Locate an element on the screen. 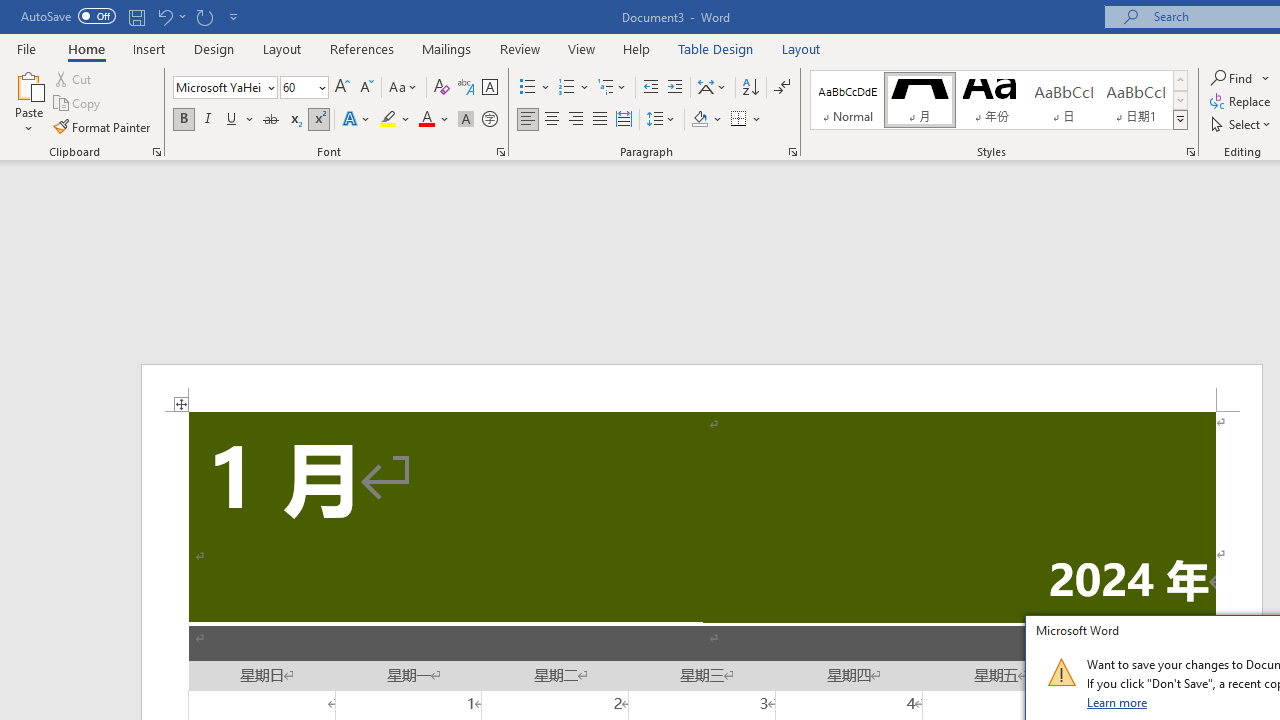 The width and height of the screenshot is (1280, 720). 'Center' is located at coordinates (552, 119).